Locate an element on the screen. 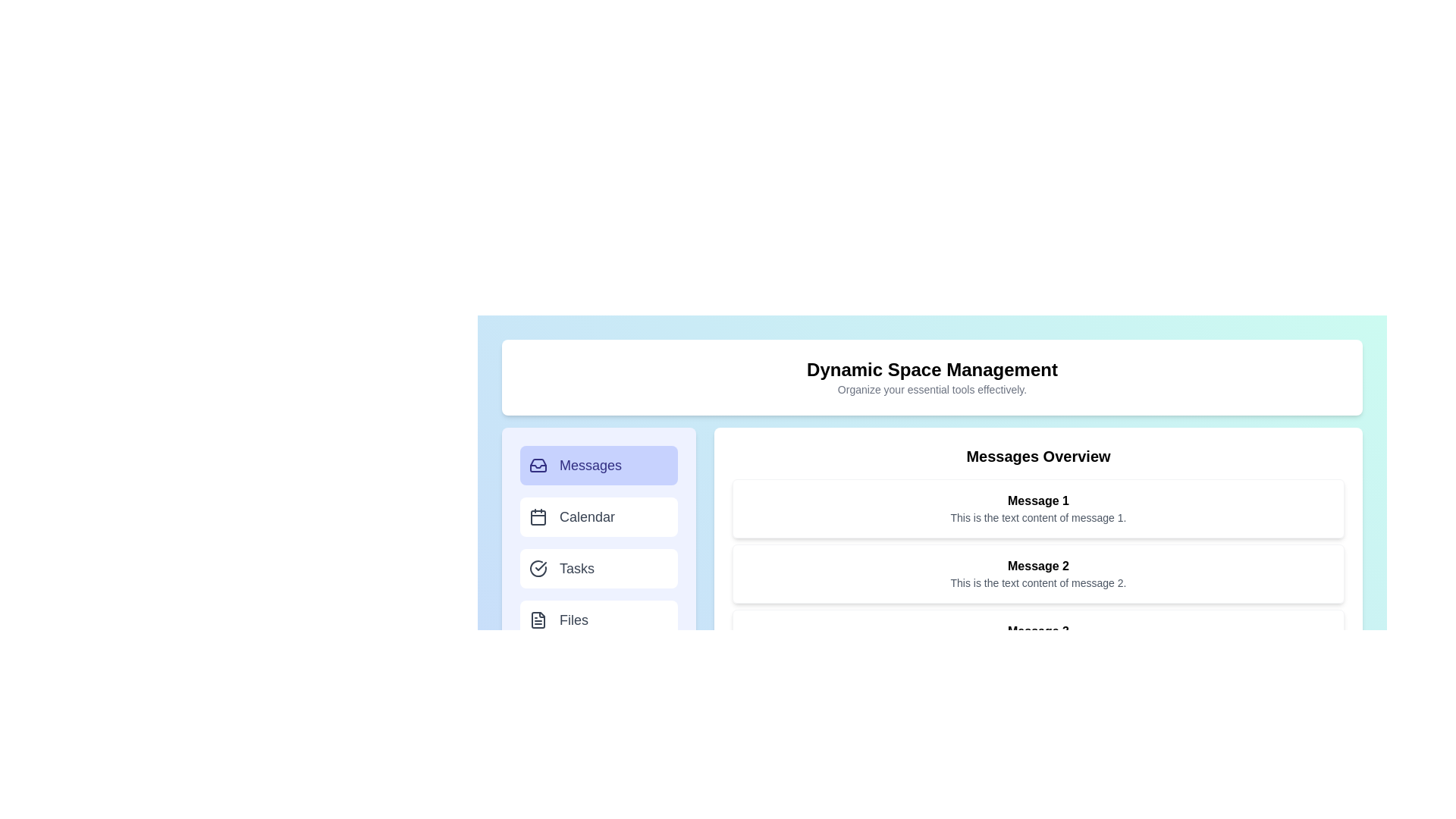  the compact SVG inbox tray icon with a dark blue stroke located in the 'Messages' button in the sidebar, preceding the text label 'Messages' is located at coordinates (538, 464).